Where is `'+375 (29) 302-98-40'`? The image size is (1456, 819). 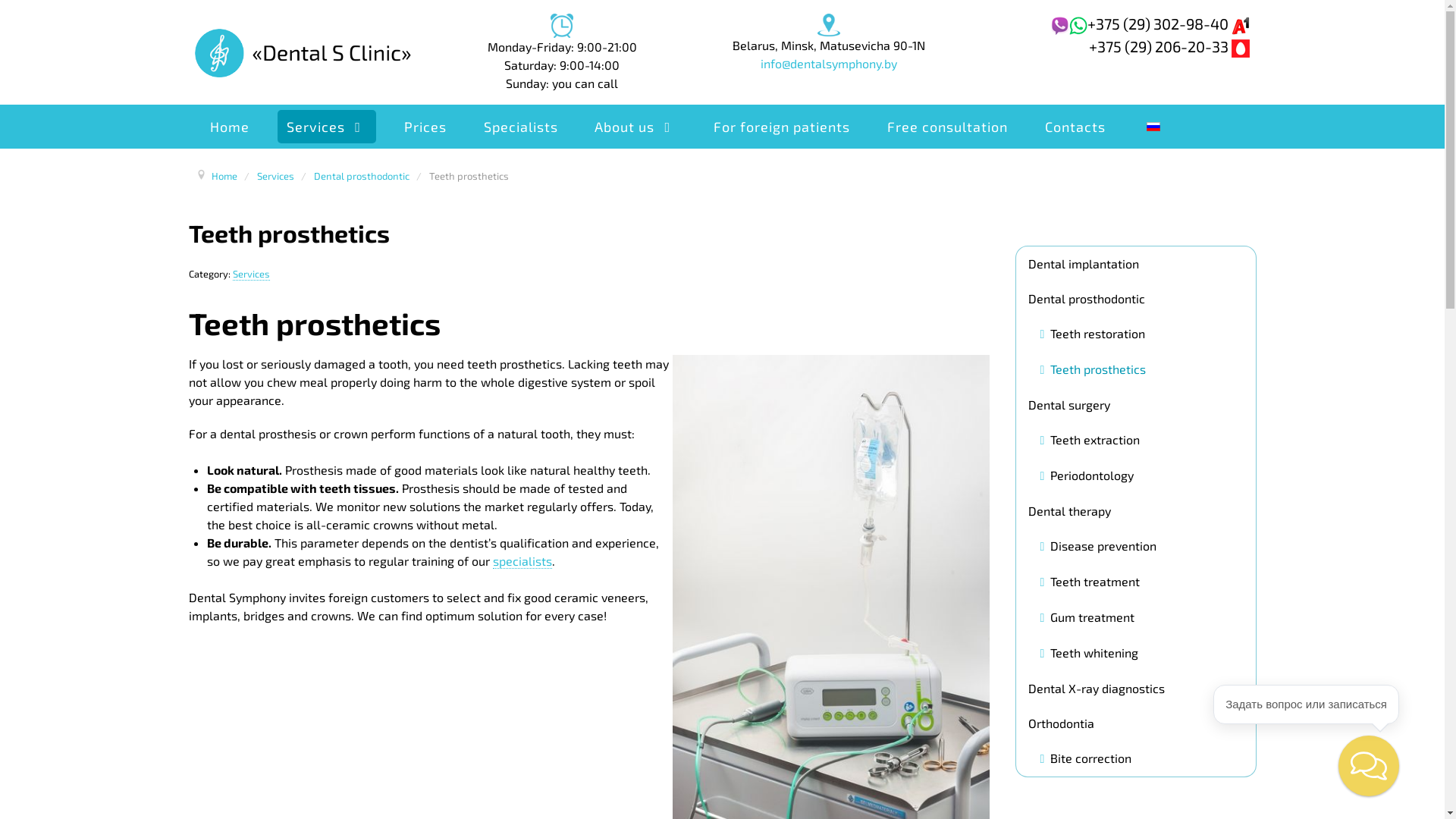
'+375 (29) 302-98-40' is located at coordinates (1167, 23).